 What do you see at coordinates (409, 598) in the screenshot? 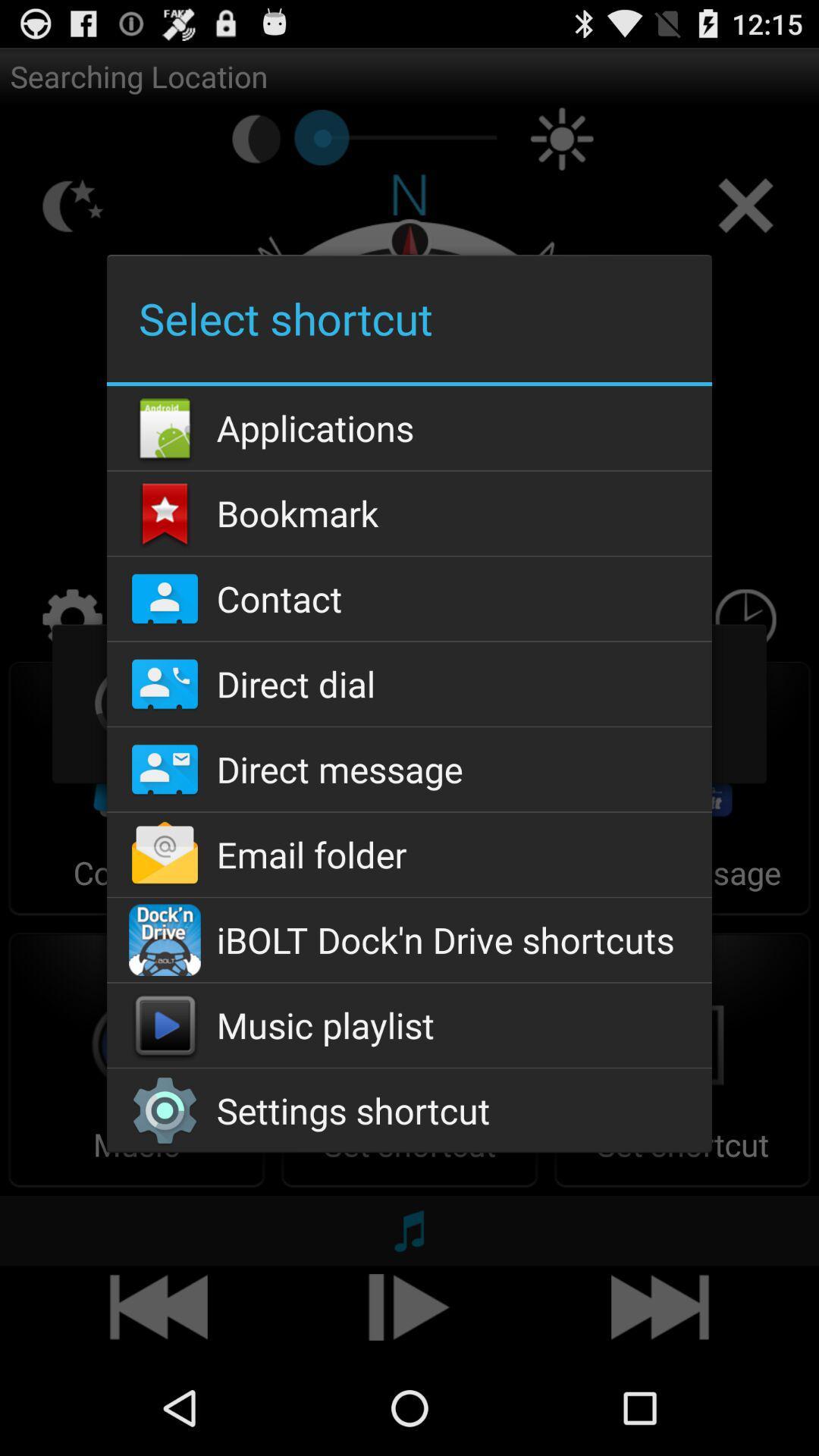
I see `the icon above the direct dial item` at bounding box center [409, 598].